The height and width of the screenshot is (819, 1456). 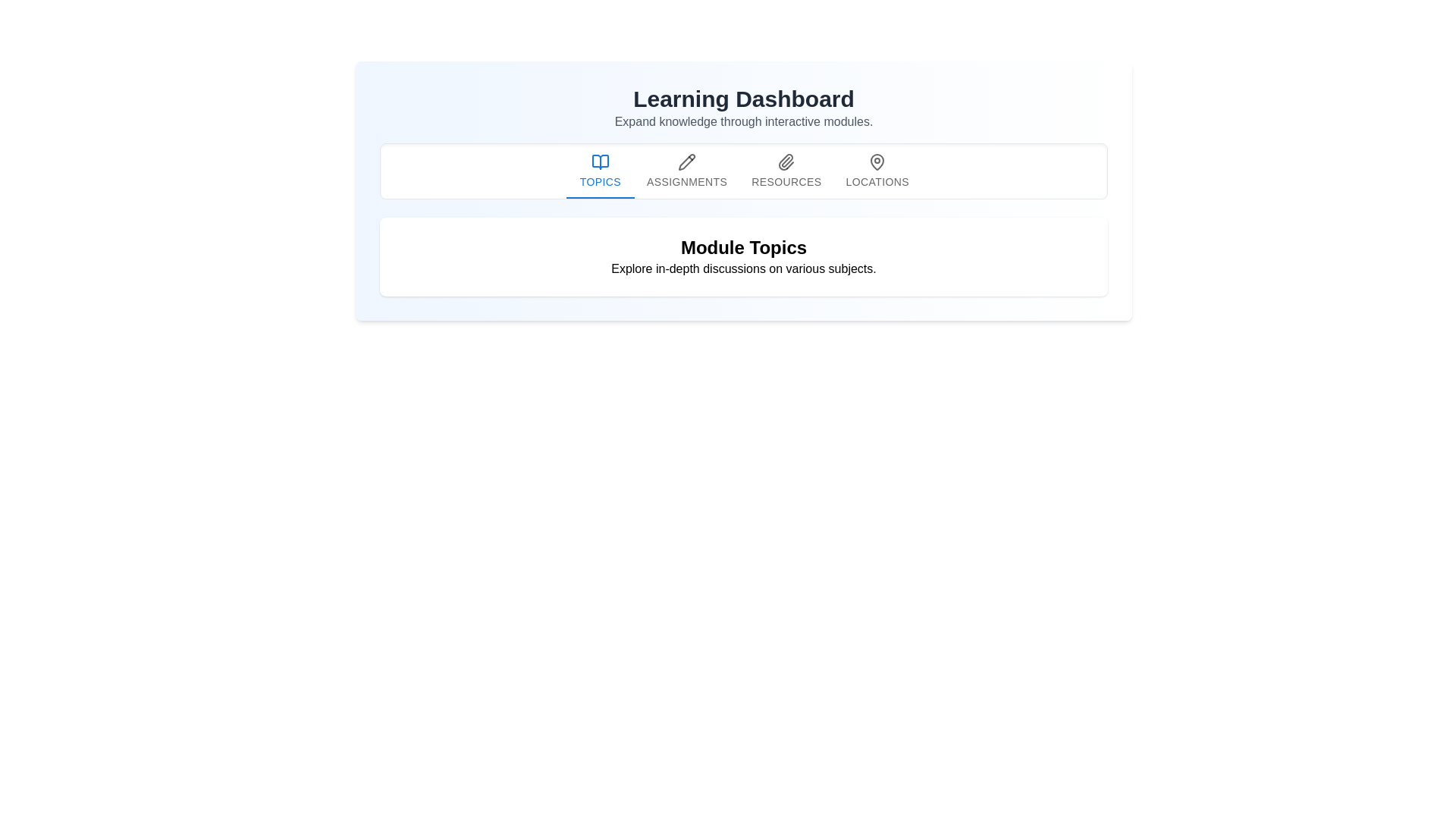 What do you see at coordinates (743, 268) in the screenshot?
I see `the text label displaying 'Explore in-depth discussions on various subjects.' which is located directly beneath the header 'Module Topics'` at bounding box center [743, 268].